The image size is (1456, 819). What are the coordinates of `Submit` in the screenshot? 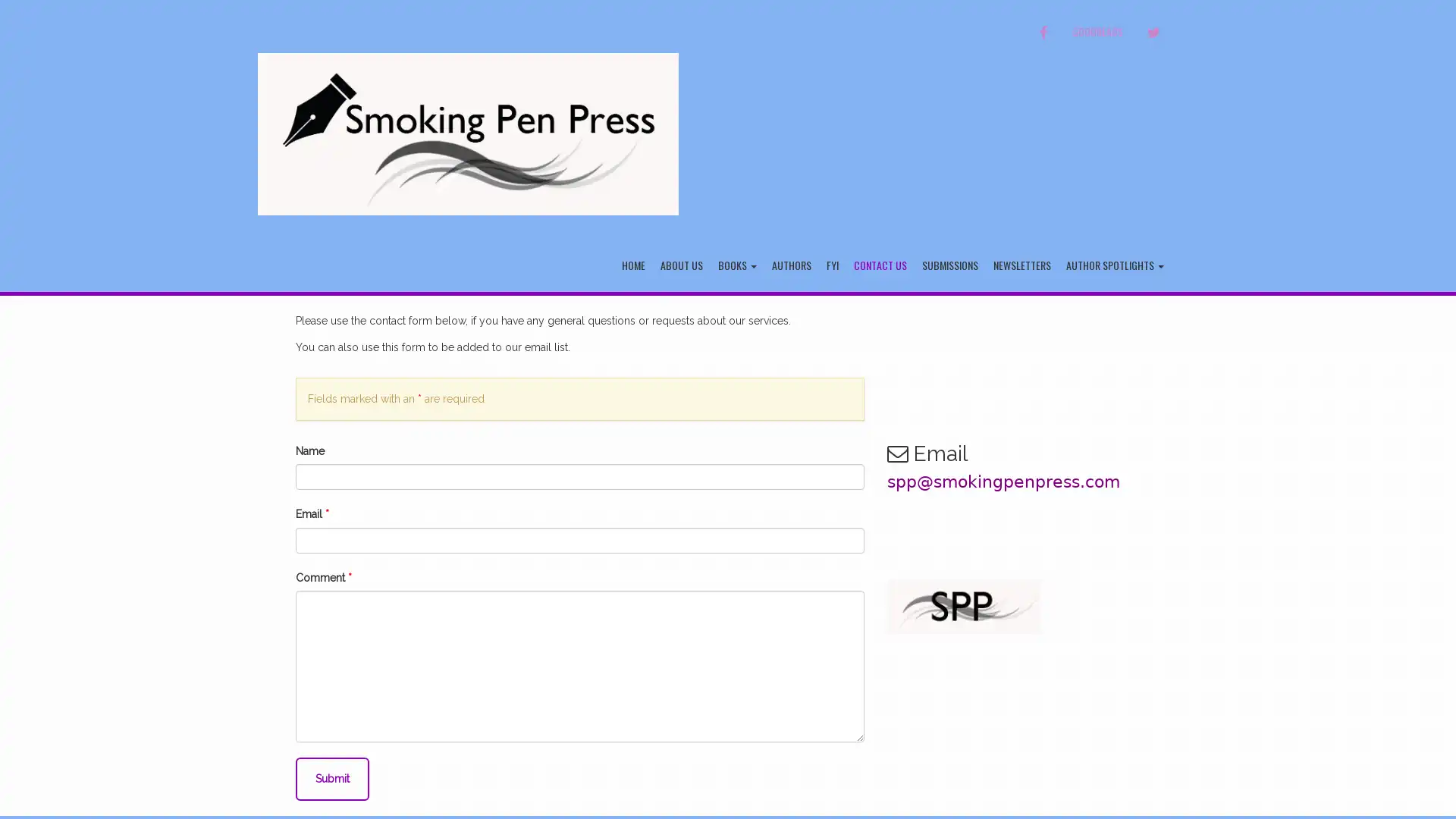 It's located at (331, 778).